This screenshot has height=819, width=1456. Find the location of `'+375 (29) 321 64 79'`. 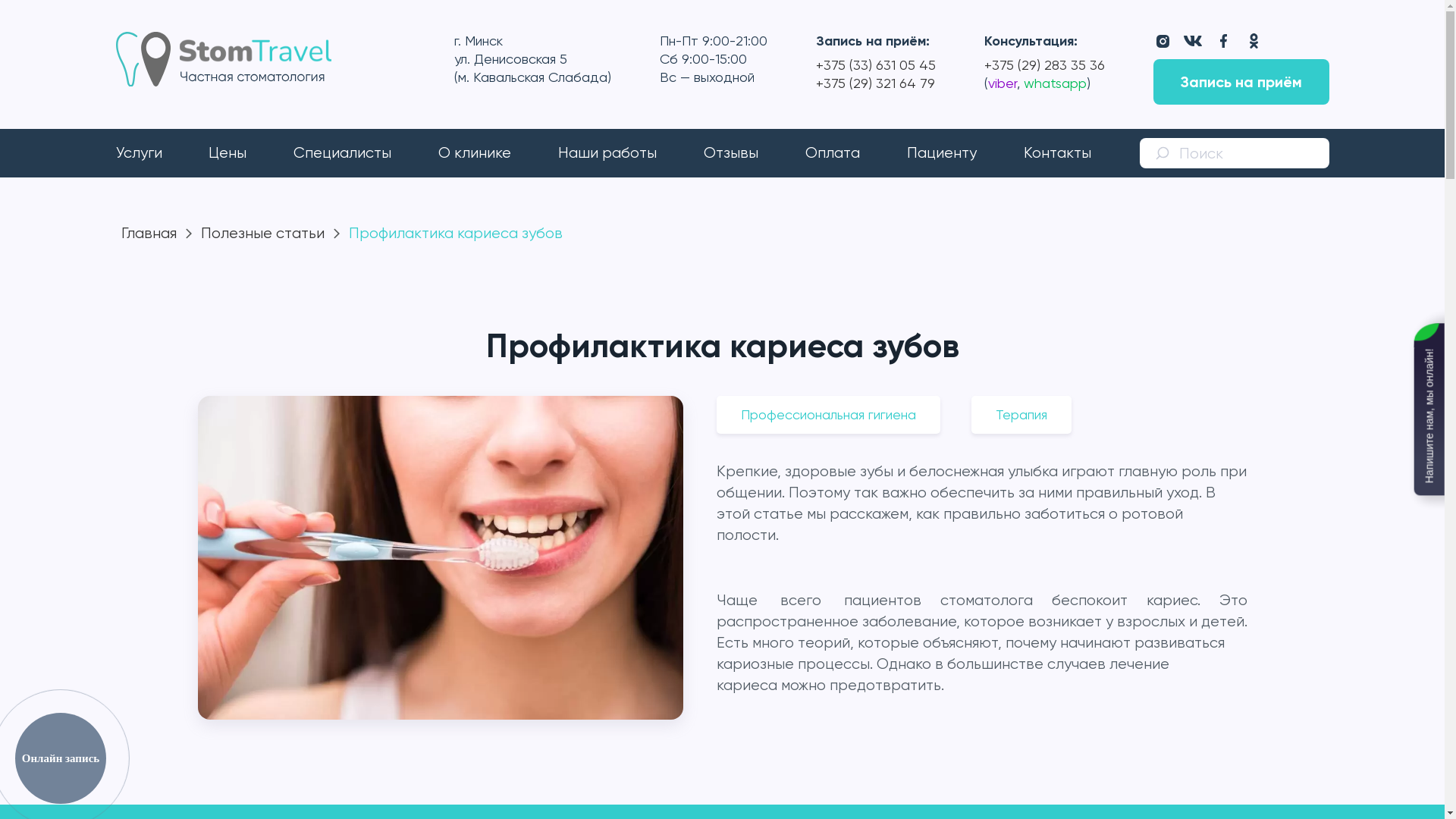

'+375 (29) 321 64 79' is located at coordinates (875, 83).